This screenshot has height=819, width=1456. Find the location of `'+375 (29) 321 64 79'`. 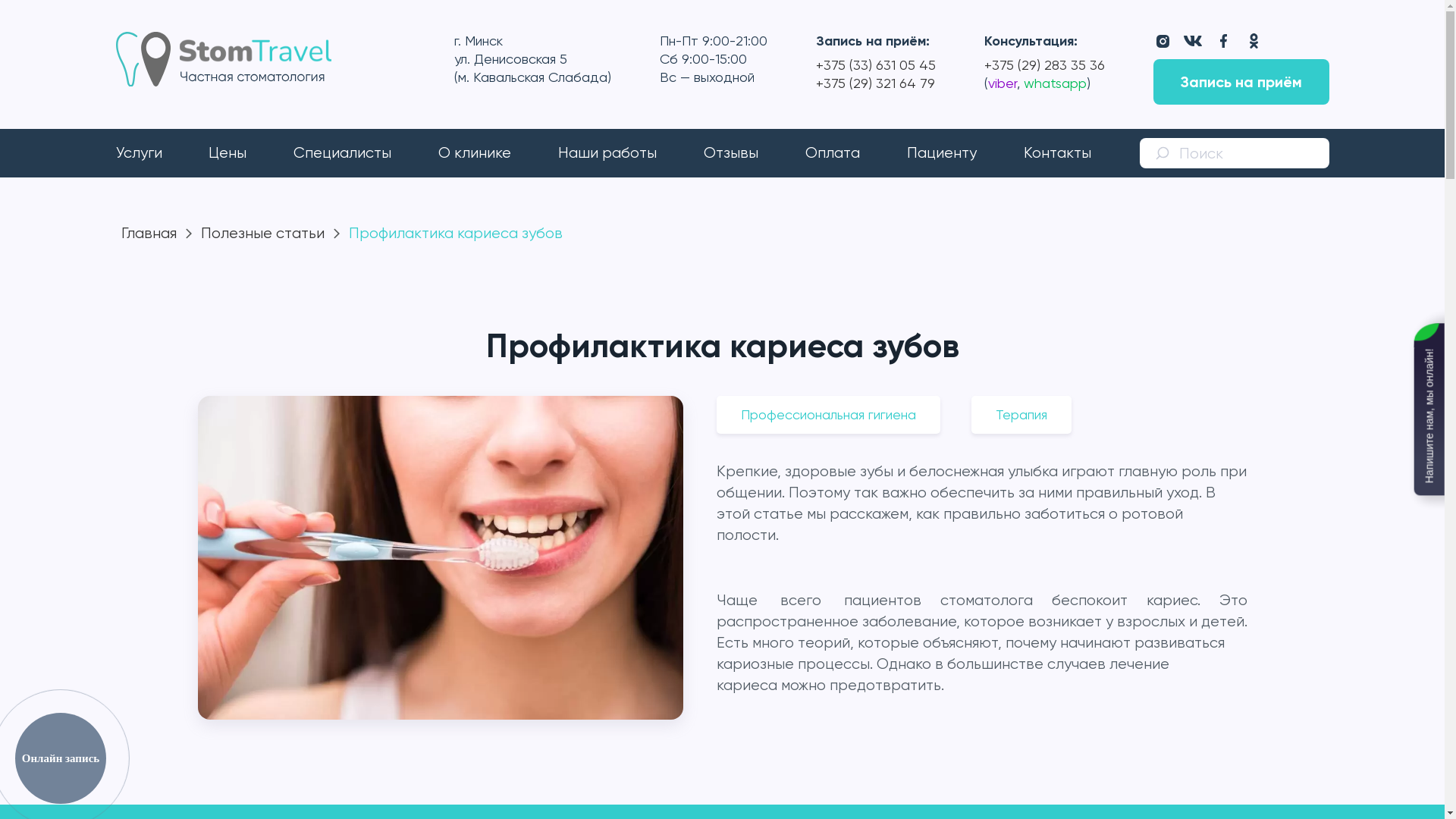

'+375 (29) 321 64 79' is located at coordinates (875, 83).